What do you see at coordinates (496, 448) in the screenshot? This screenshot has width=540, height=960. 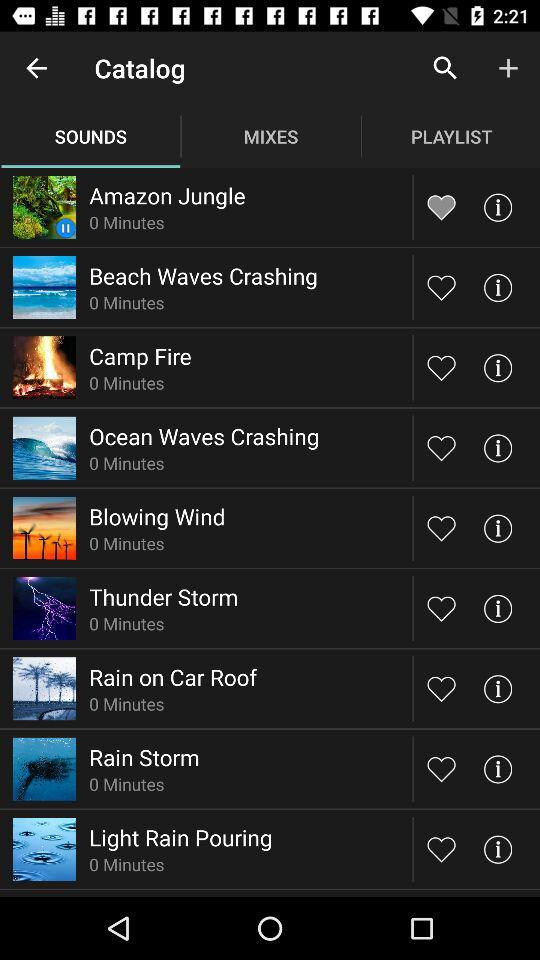 I see `information` at bounding box center [496, 448].